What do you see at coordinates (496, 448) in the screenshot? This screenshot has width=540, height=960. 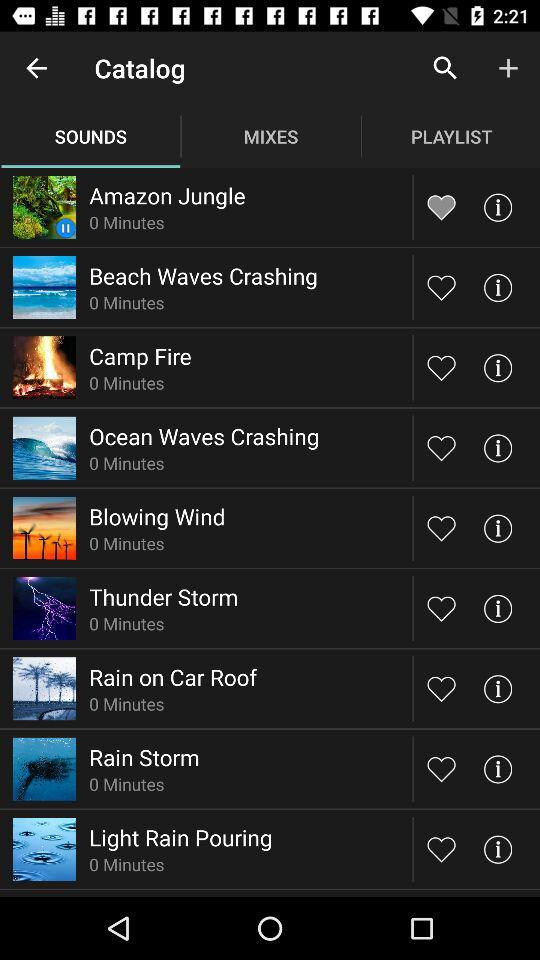 I see `information` at bounding box center [496, 448].